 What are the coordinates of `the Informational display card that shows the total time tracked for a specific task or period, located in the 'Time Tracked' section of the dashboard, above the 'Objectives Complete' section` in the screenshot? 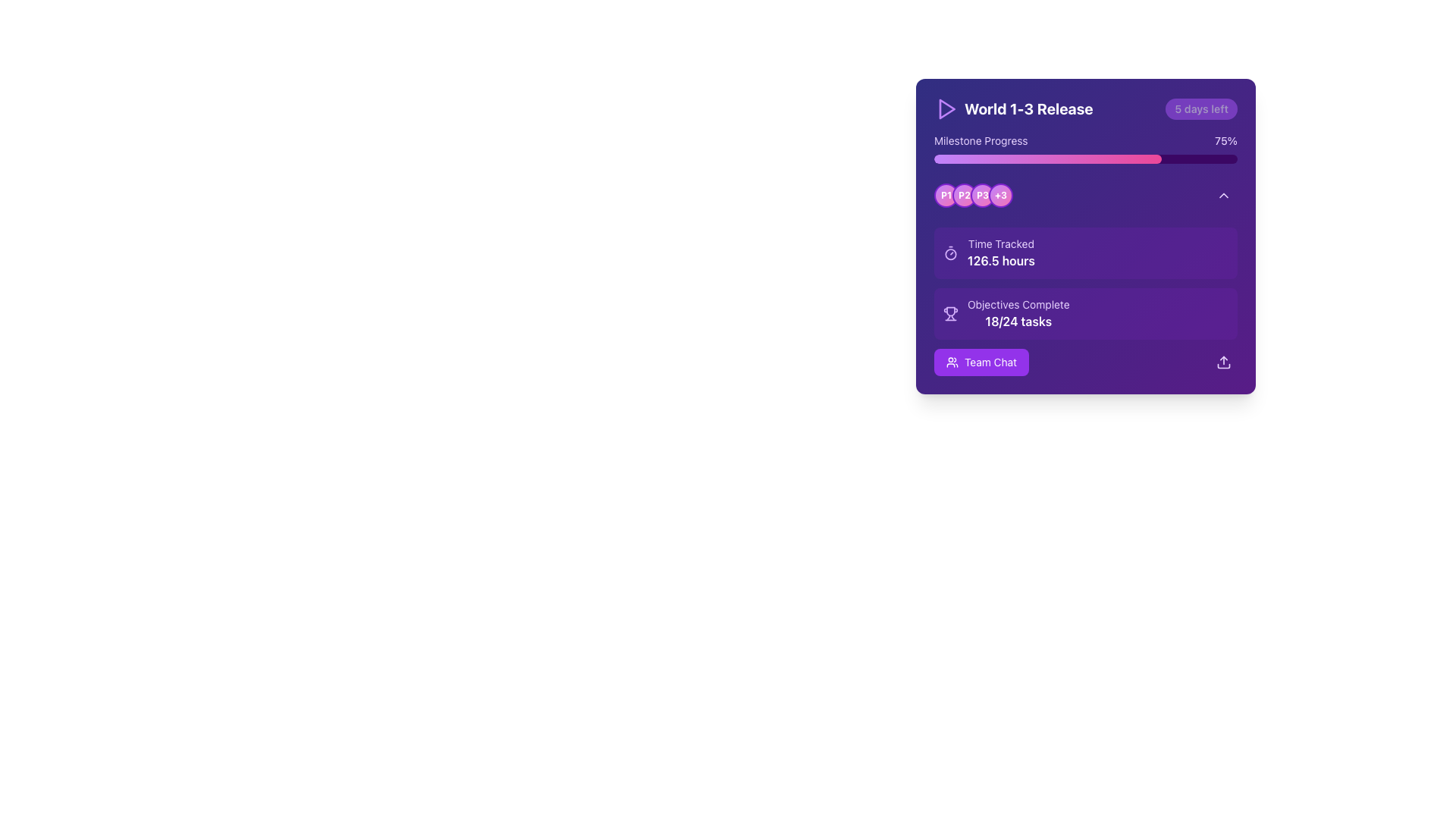 It's located at (1084, 253).